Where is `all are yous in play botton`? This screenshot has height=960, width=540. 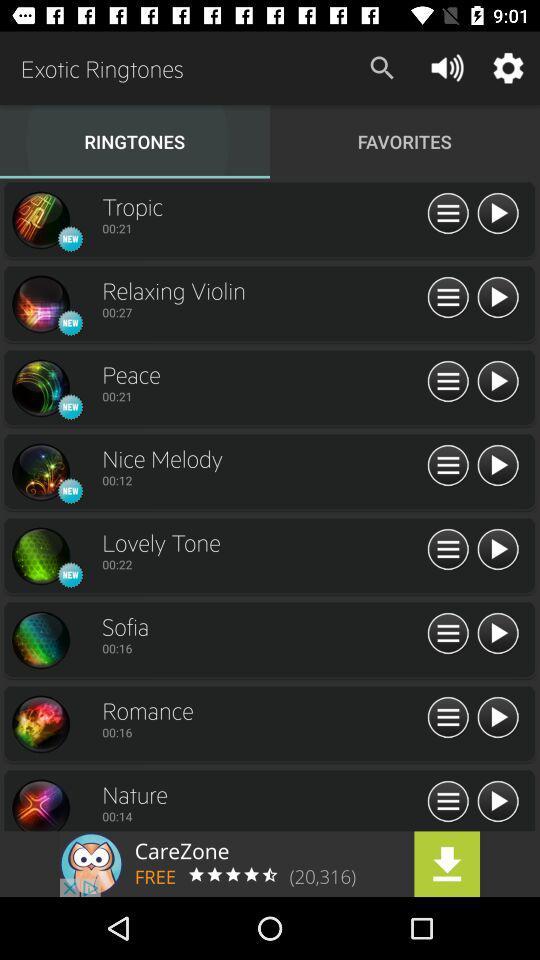 all are yous in play botton is located at coordinates (496, 550).